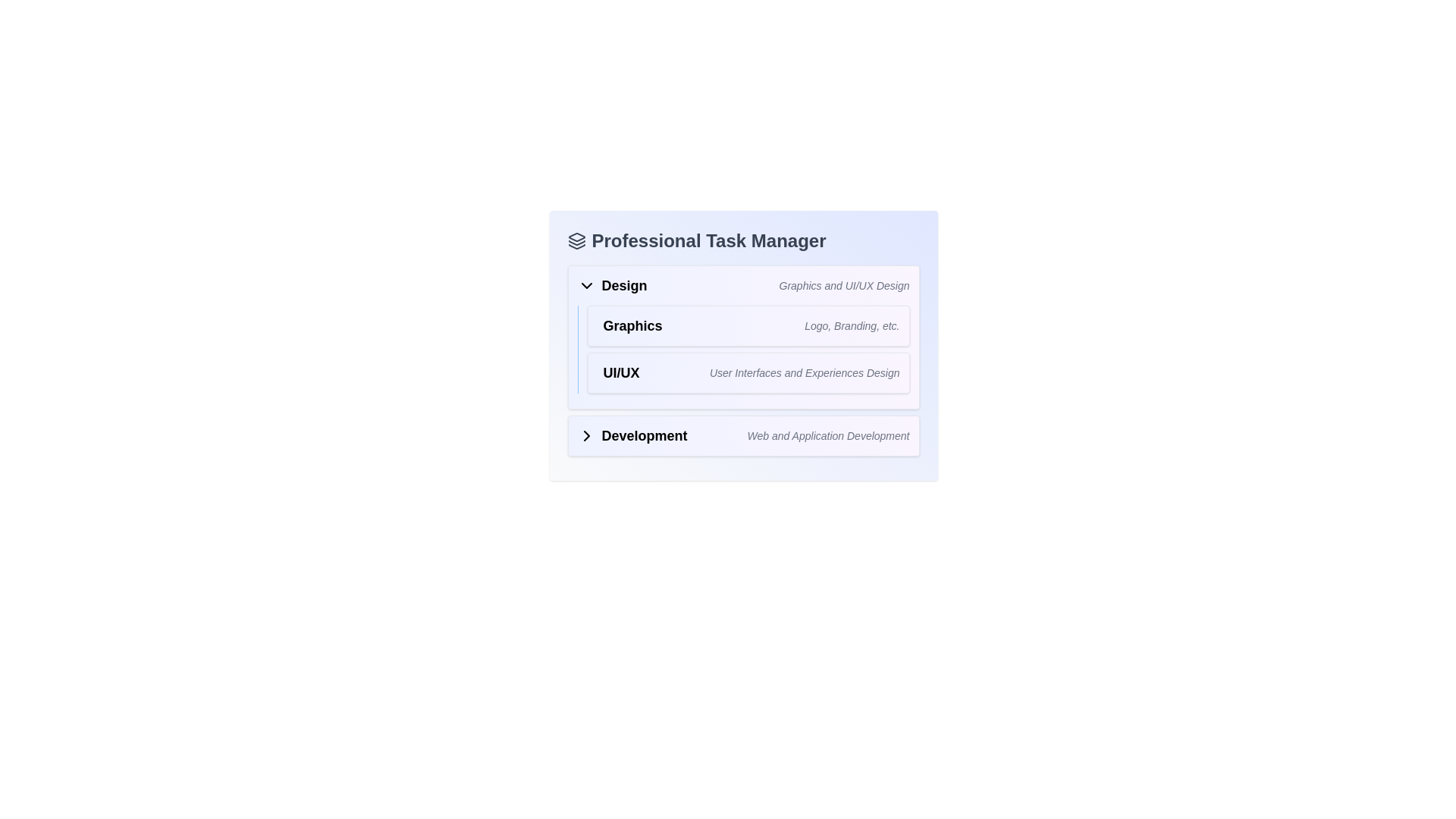  I want to click on the second list item component marked as non-interactive, which features a gradient background and contains 'UI/UX' and 'User Interfaces and Experiences Design' text, so click(748, 373).